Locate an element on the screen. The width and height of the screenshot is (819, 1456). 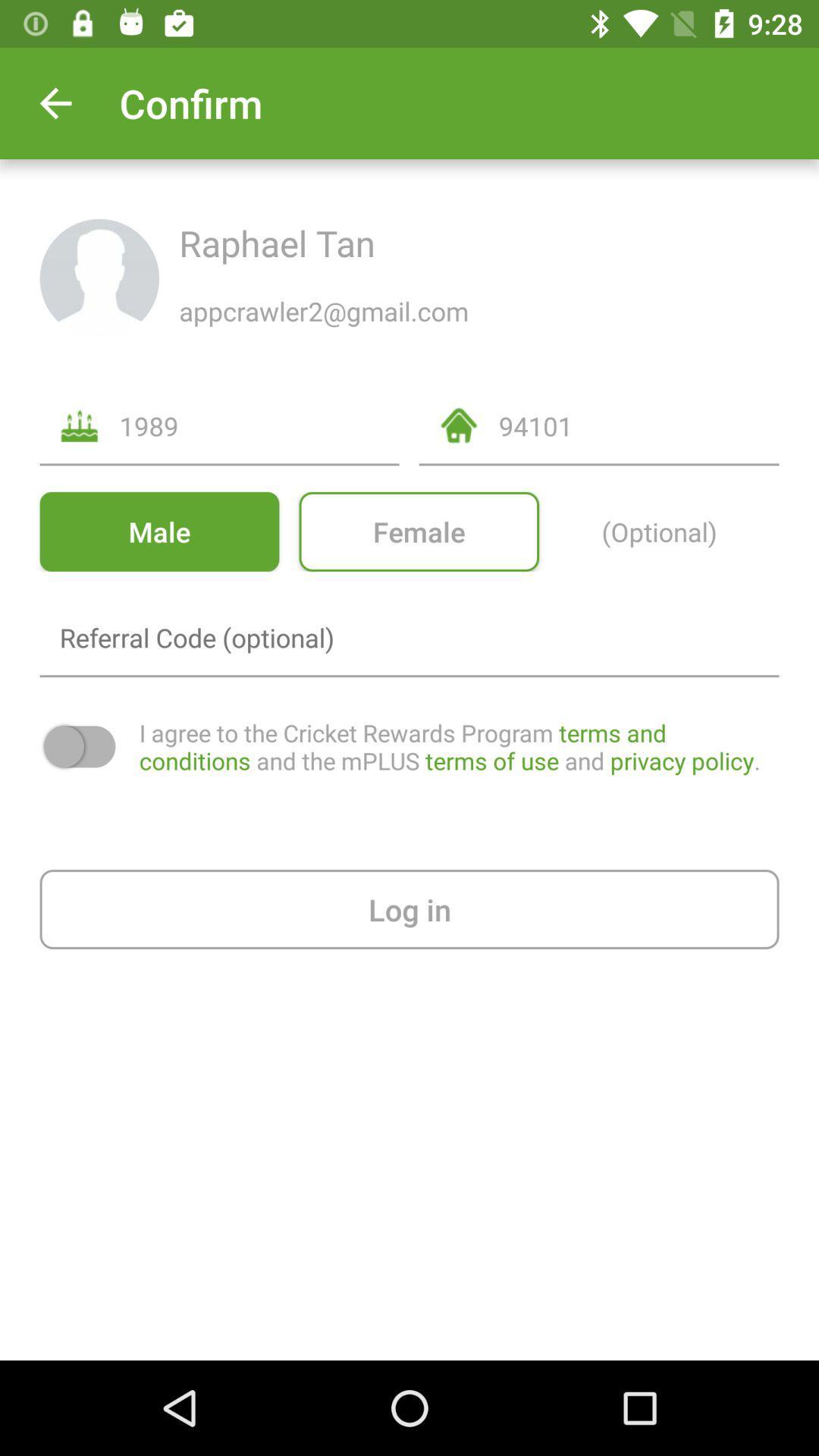
the switch buttonavilable below referral code is located at coordinates (80, 746).